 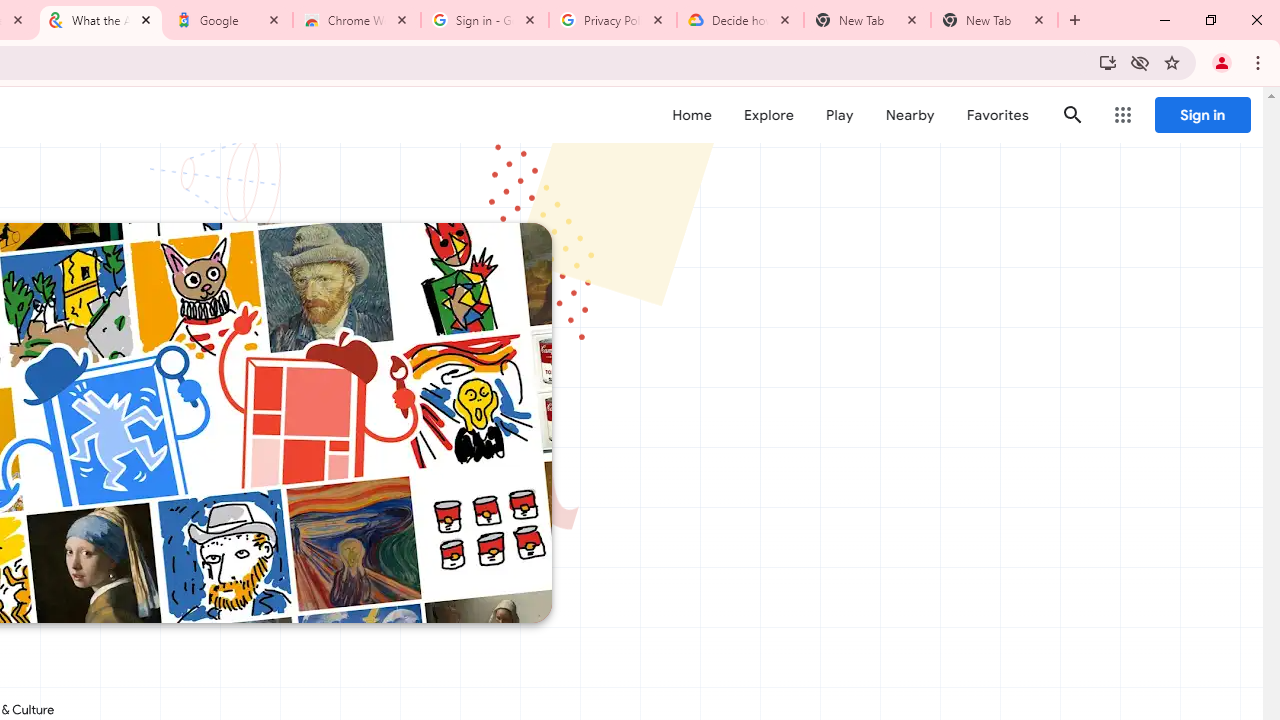 What do you see at coordinates (229, 20) in the screenshot?
I see `'Google'` at bounding box center [229, 20].